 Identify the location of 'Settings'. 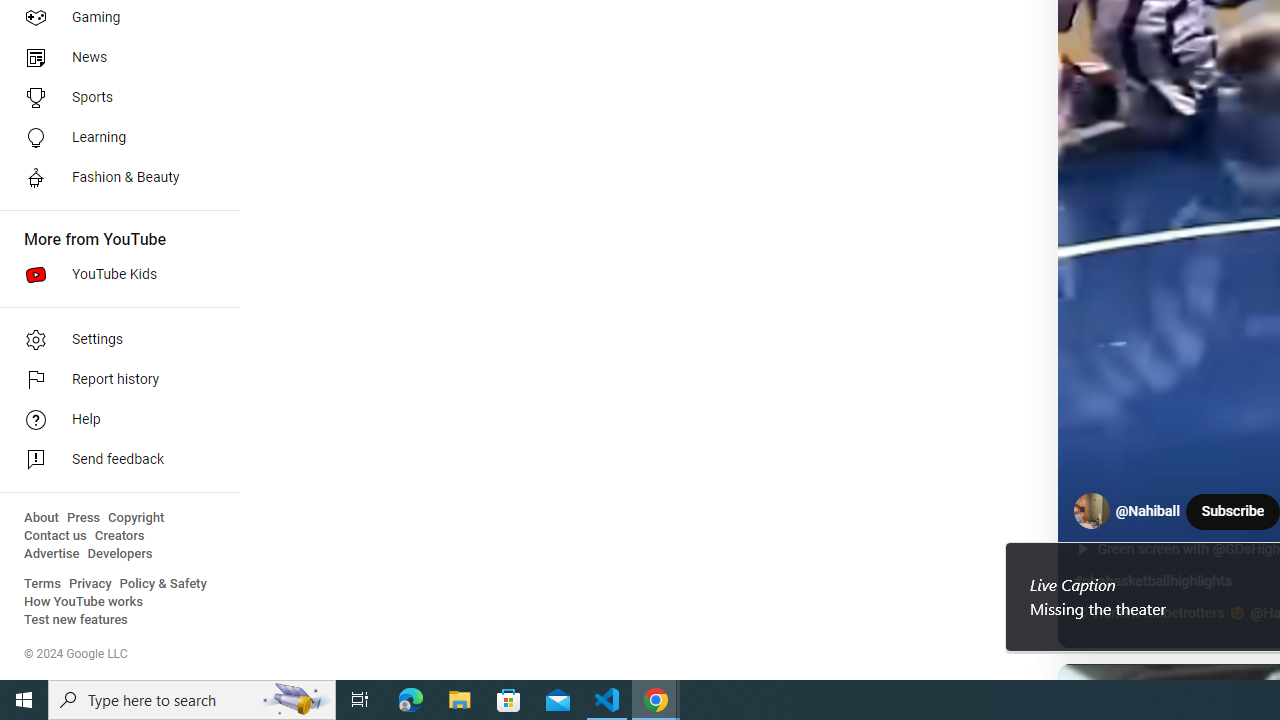
(112, 338).